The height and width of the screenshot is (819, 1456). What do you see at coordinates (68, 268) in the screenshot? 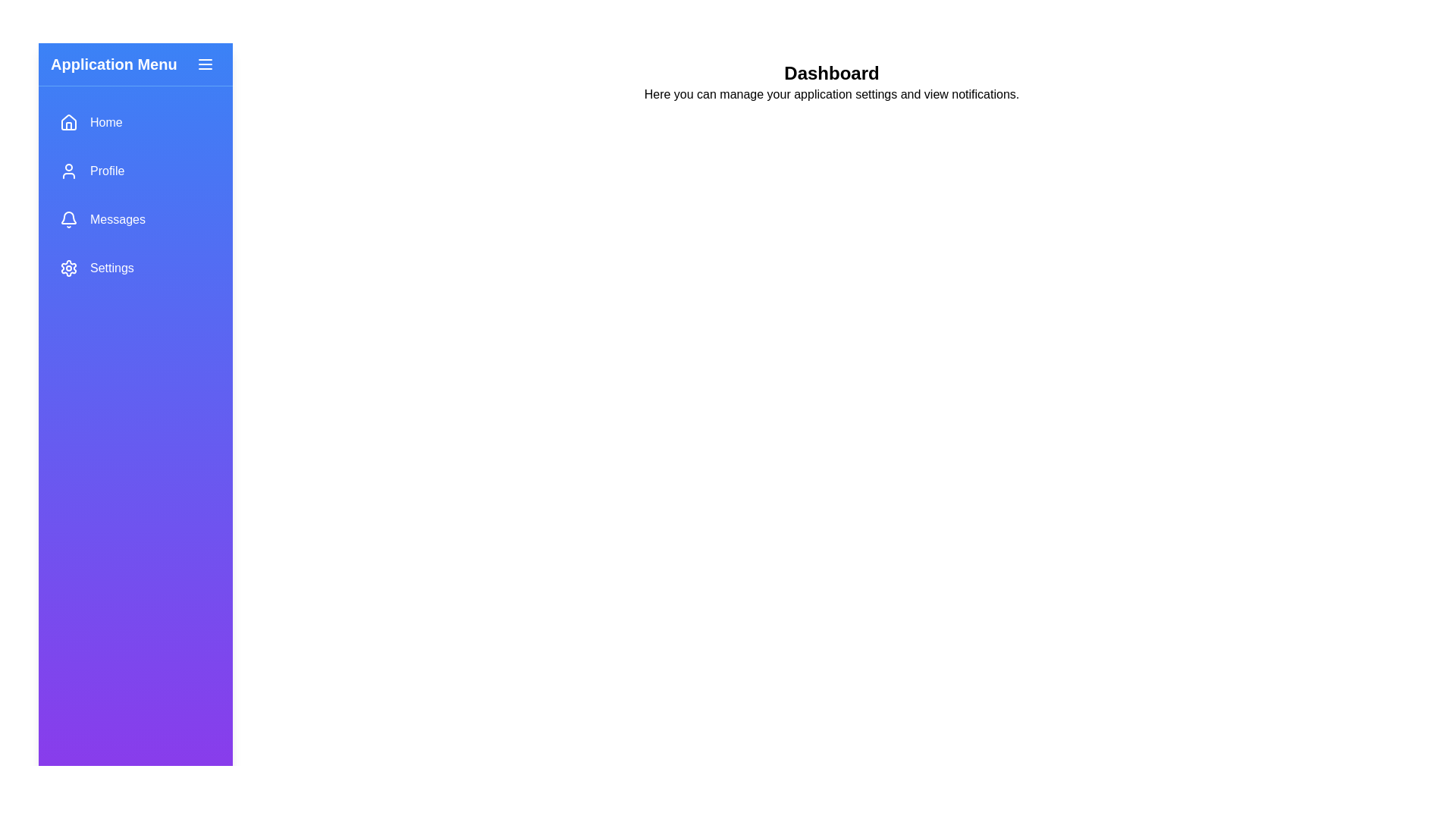
I see `the gear icon located in the settings menu of the application interface` at bounding box center [68, 268].